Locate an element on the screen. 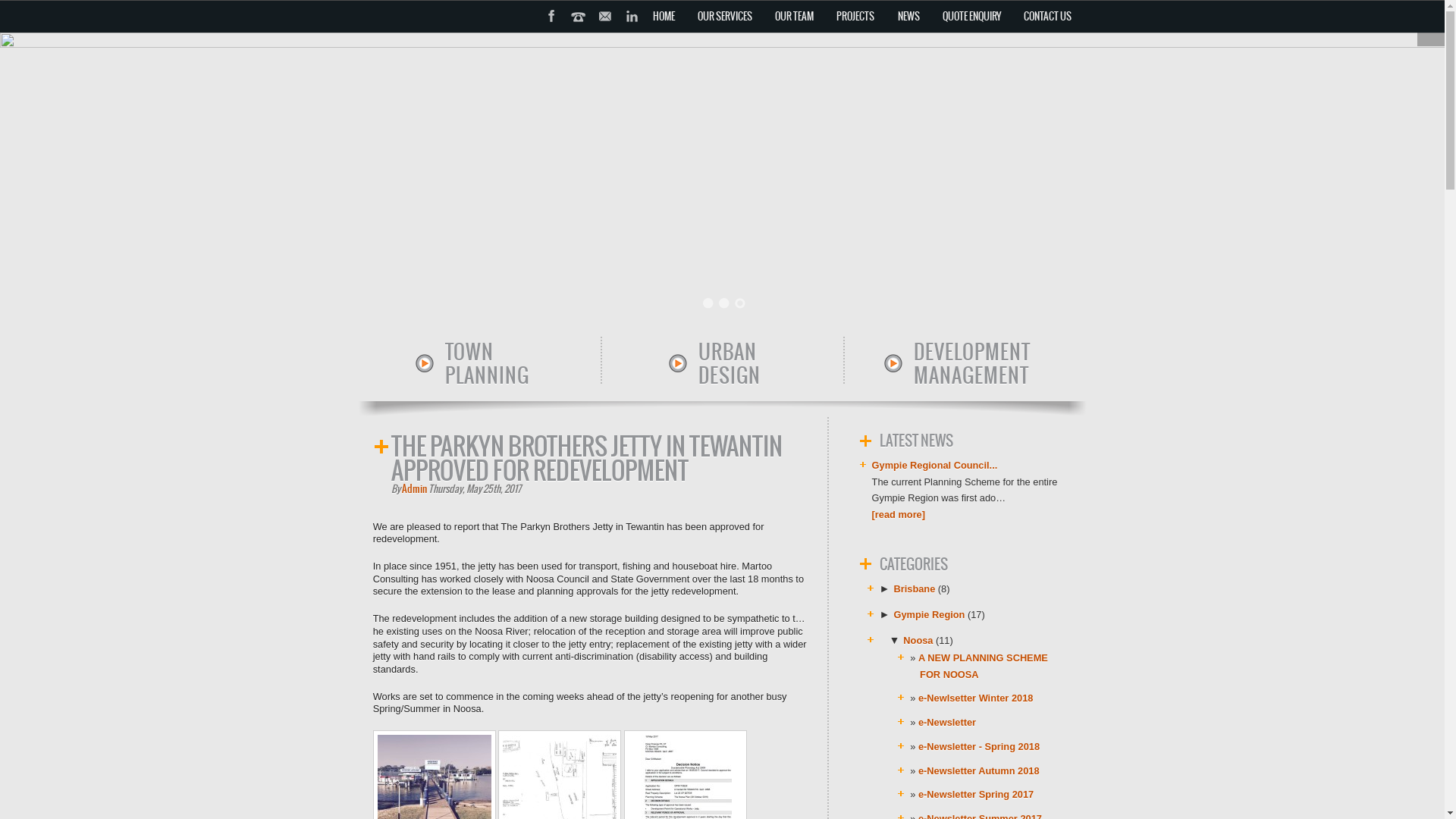  'Brisbane' is located at coordinates (894, 588).